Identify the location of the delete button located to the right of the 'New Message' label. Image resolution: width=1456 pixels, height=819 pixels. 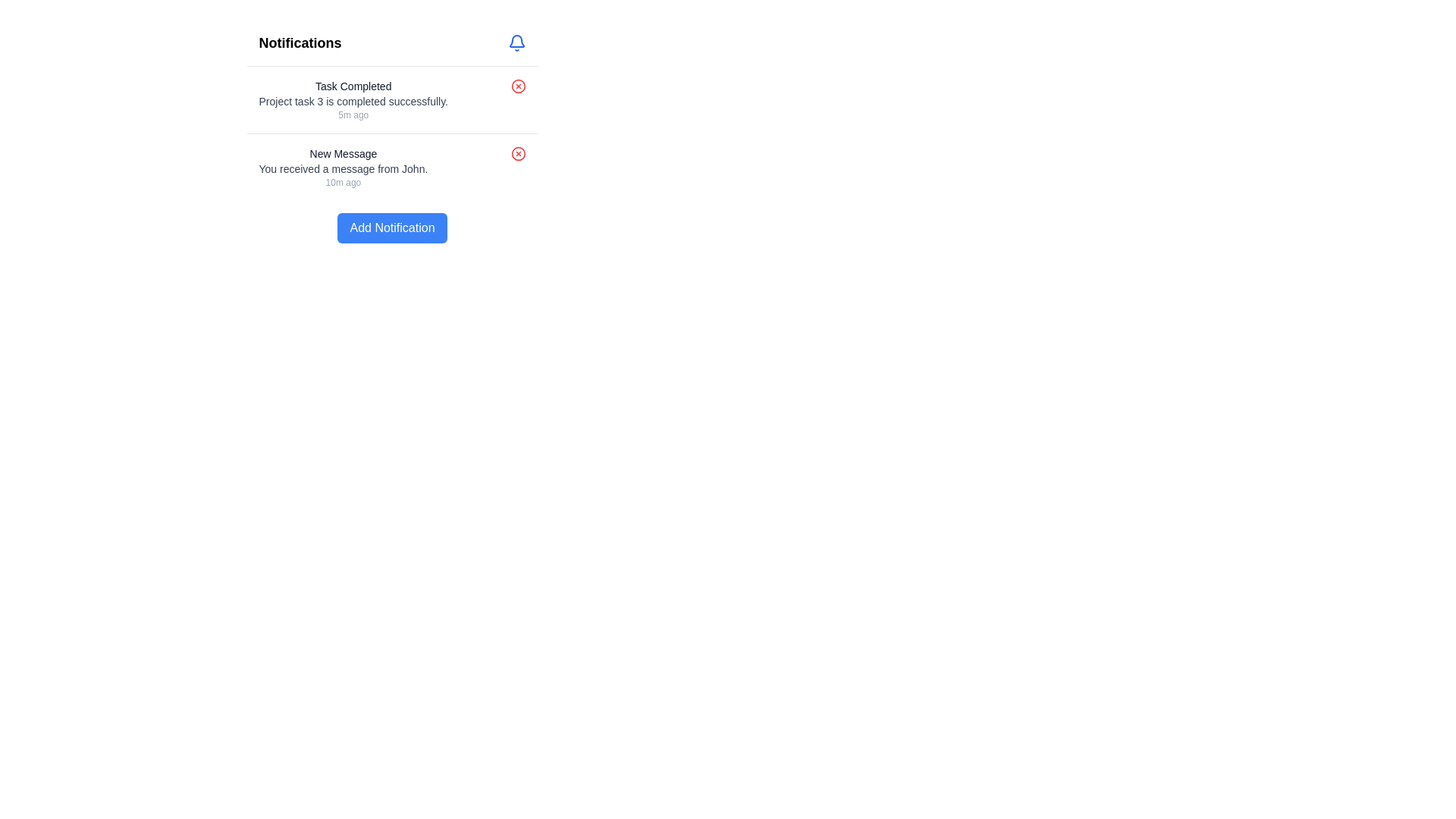
(518, 154).